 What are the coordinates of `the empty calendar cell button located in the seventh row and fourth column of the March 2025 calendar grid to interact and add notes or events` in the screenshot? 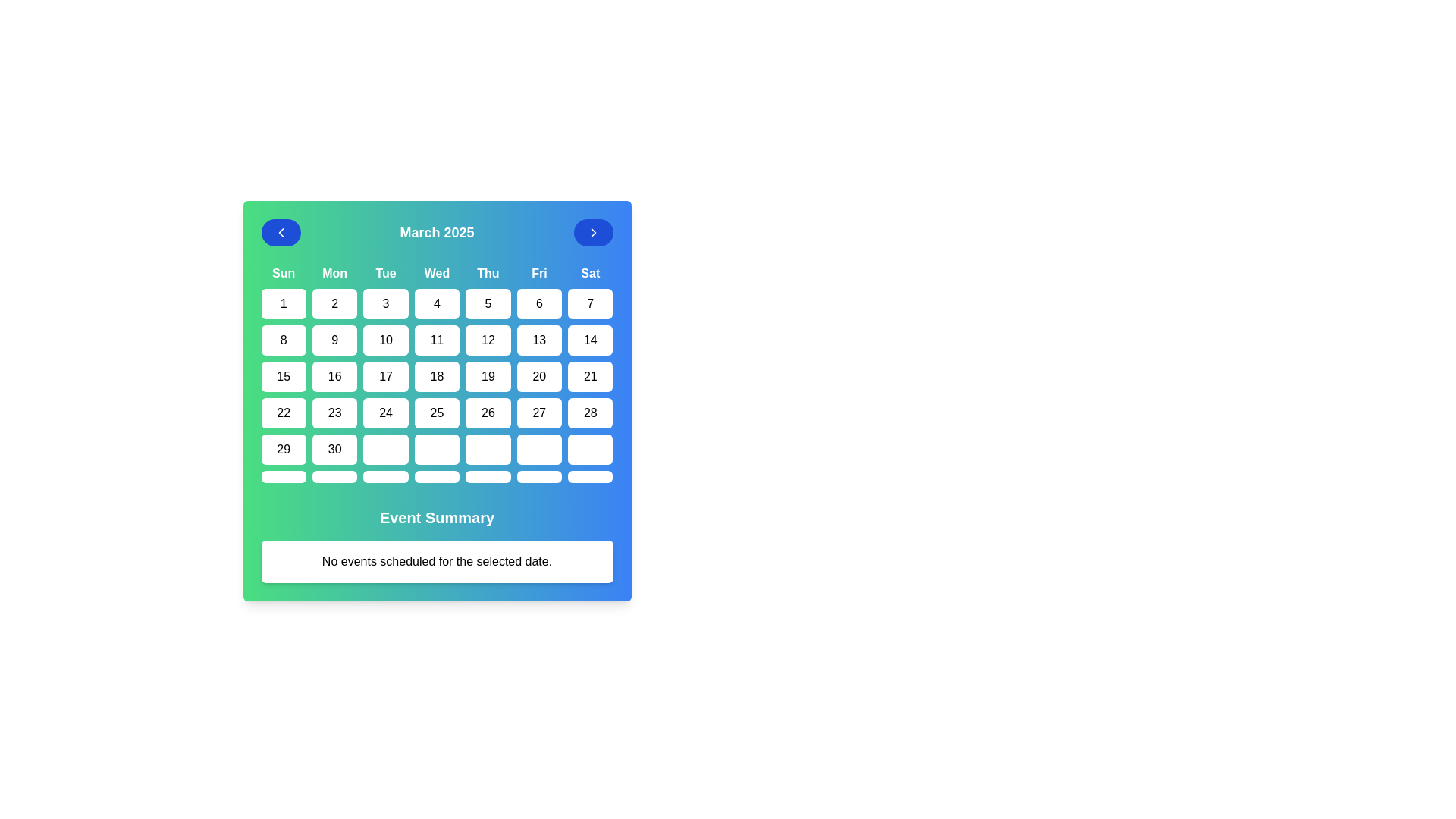 It's located at (436, 475).